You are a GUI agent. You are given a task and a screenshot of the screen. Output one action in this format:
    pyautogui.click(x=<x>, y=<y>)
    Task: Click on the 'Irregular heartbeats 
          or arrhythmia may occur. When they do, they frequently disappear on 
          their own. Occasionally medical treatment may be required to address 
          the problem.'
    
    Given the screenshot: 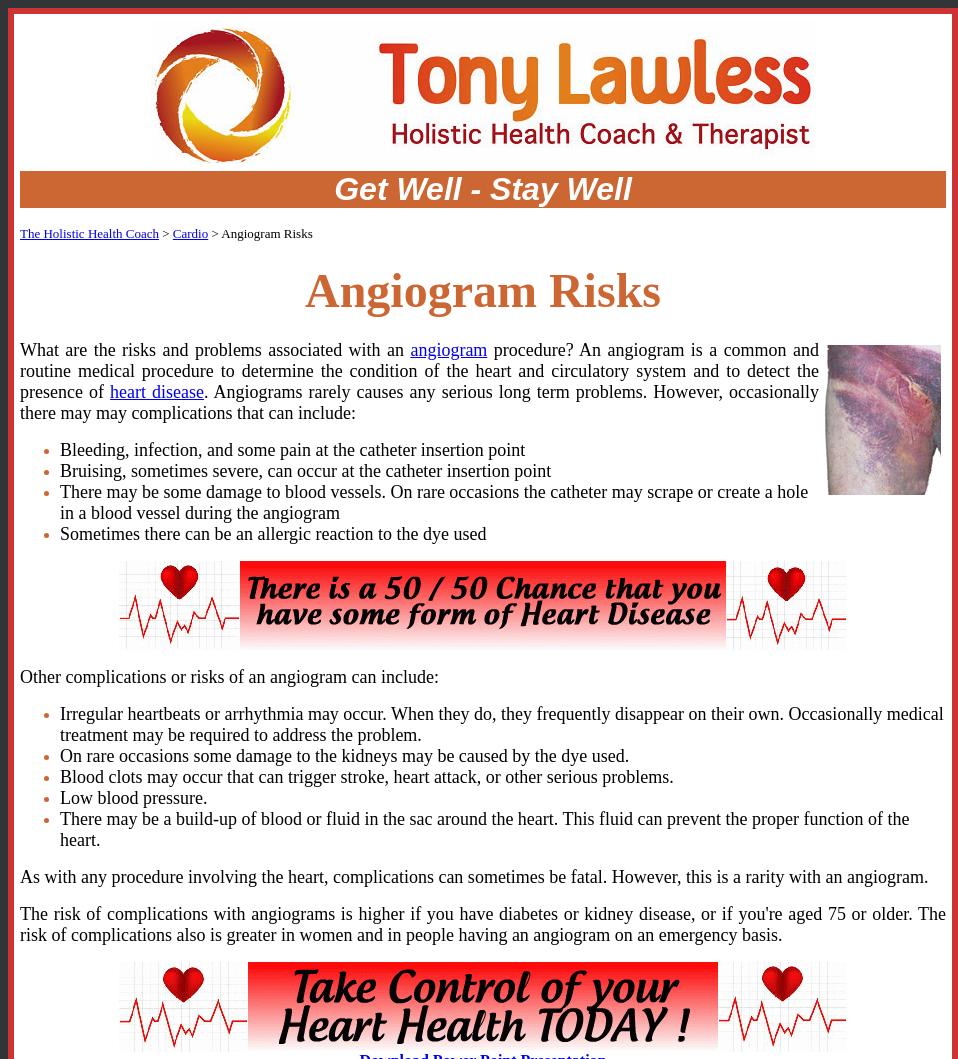 What is the action you would take?
    pyautogui.click(x=500, y=723)
    